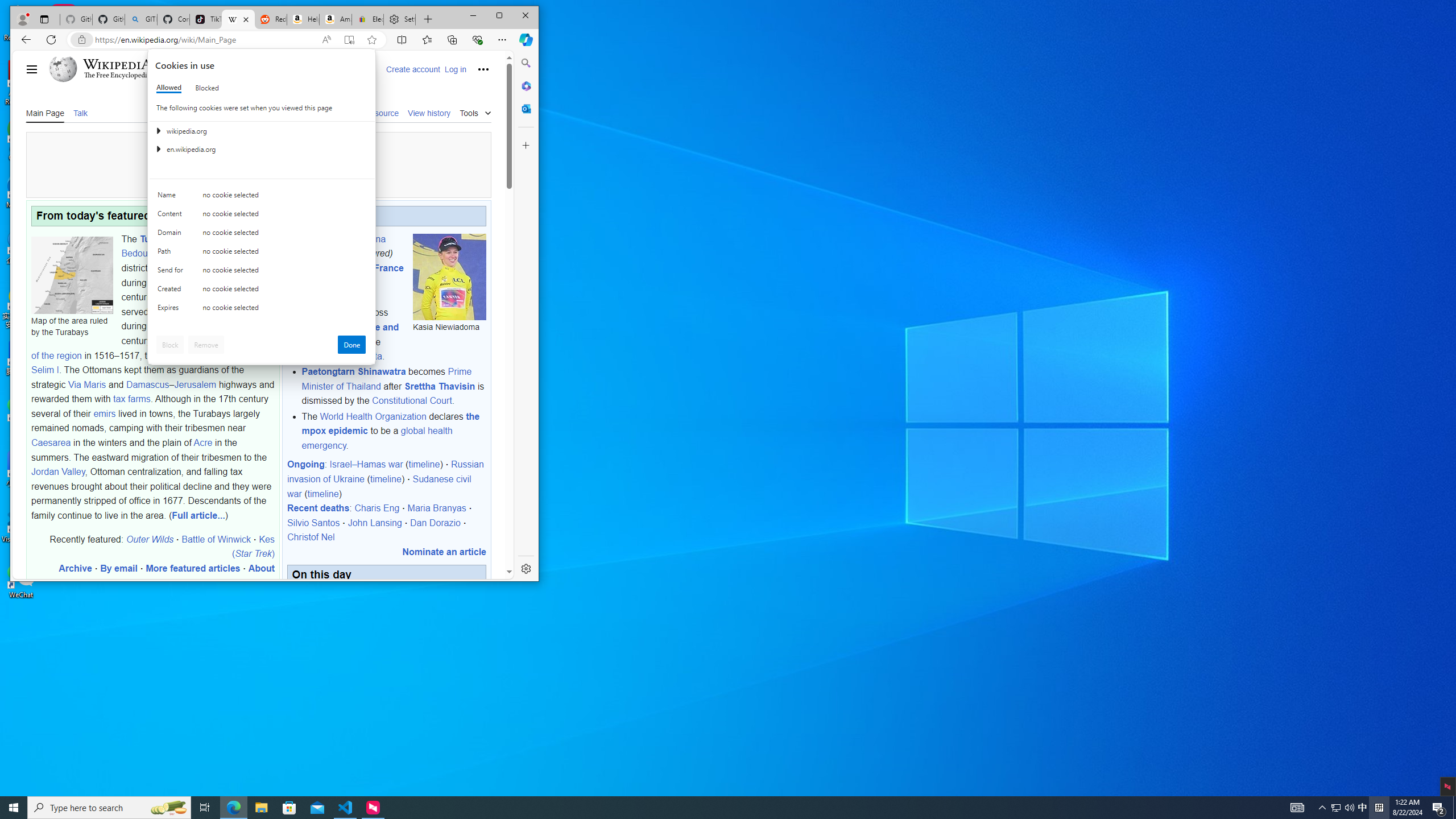 The height and width of the screenshot is (819, 1456). What do you see at coordinates (1379, 806) in the screenshot?
I see `'Tray Input Indicator - Chinese (Simplified, China)'` at bounding box center [1379, 806].